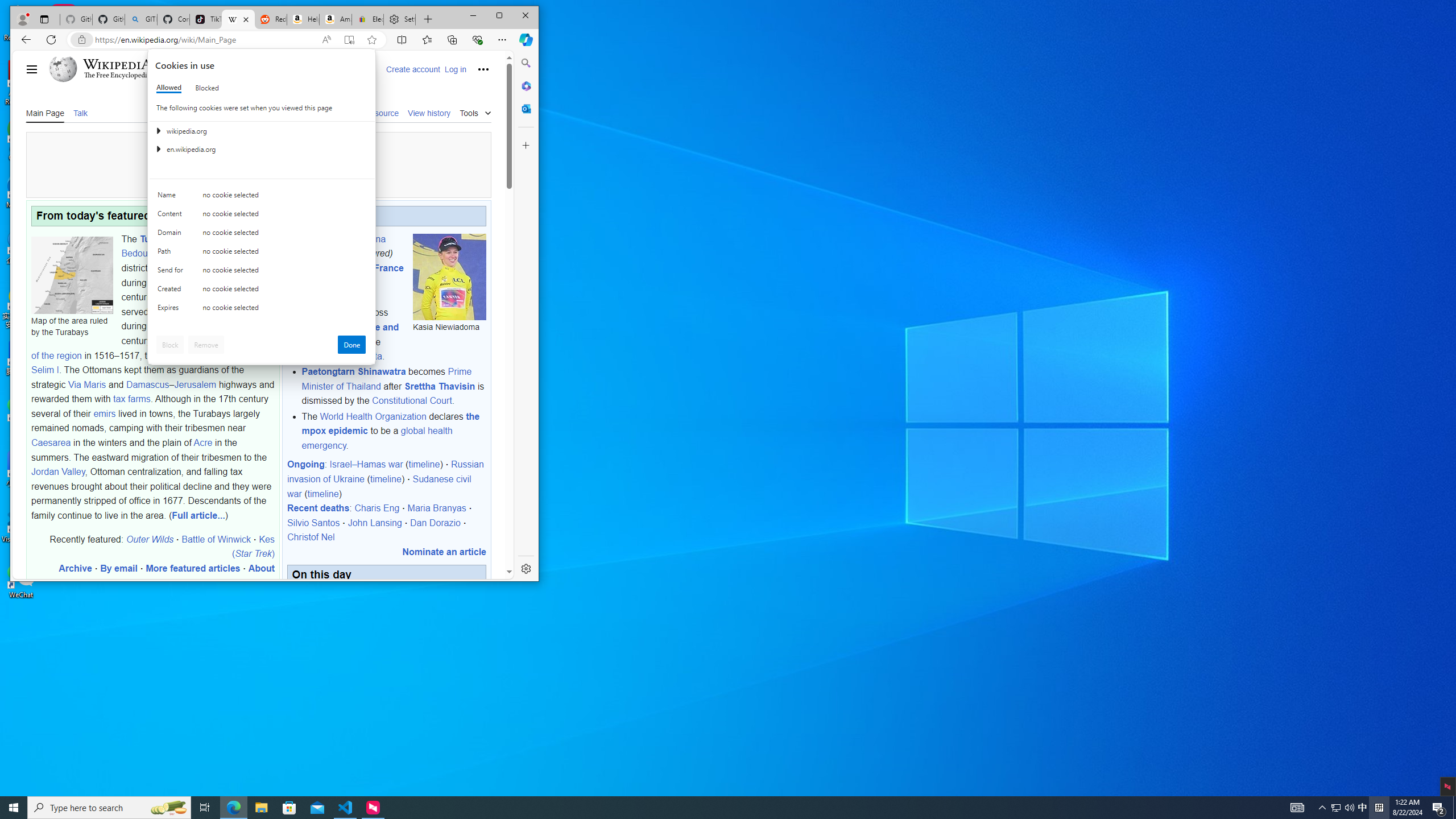 The height and width of the screenshot is (819, 1456). What do you see at coordinates (1379, 806) in the screenshot?
I see `'Tray Input Indicator - Chinese (Simplified, China)'` at bounding box center [1379, 806].